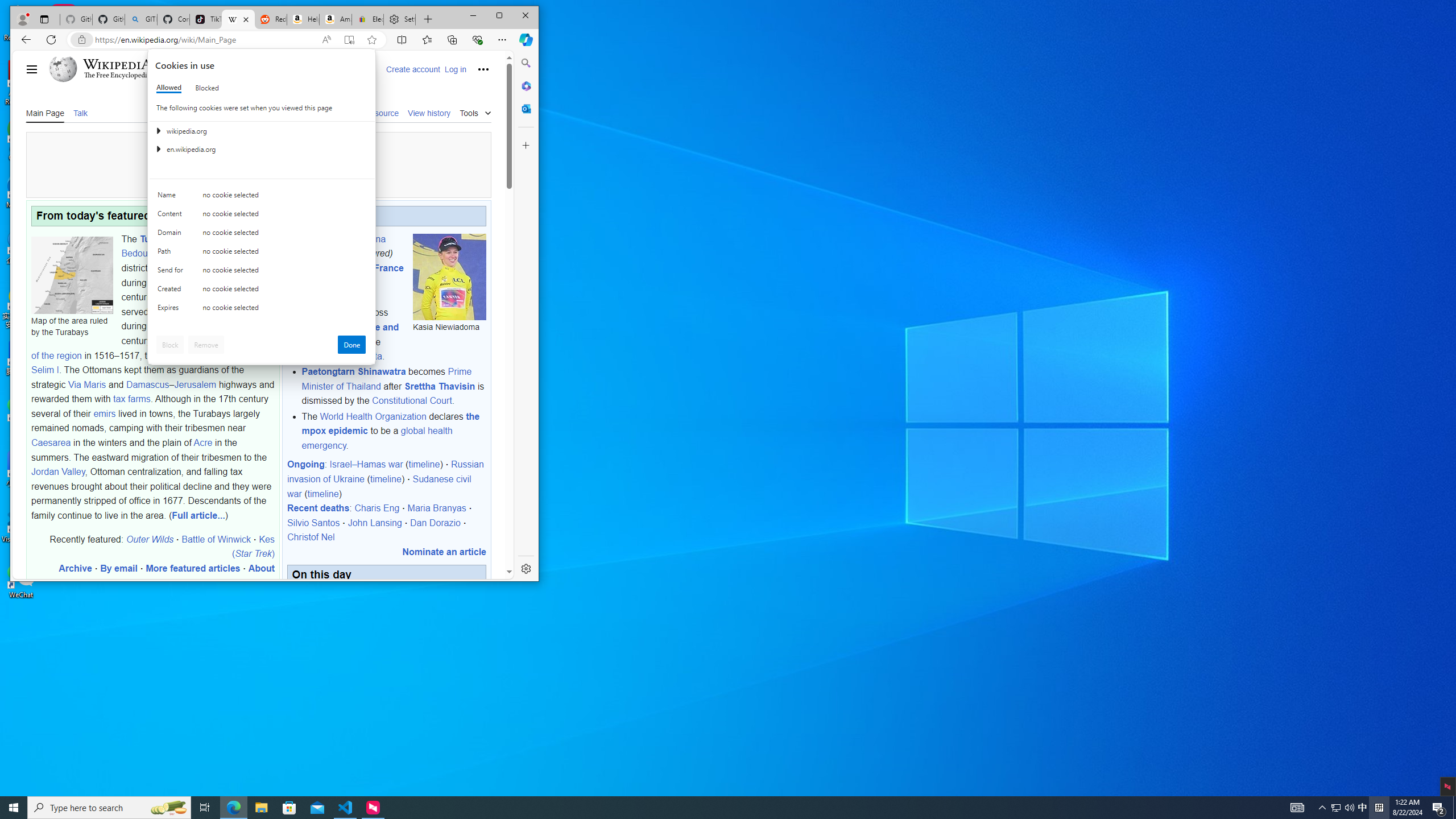 The height and width of the screenshot is (819, 1456). What do you see at coordinates (1379, 806) in the screenshot?
I see `'Tray Input Indicator - Chinese (Simplified, China)'` at bounding box center [1379, 806].